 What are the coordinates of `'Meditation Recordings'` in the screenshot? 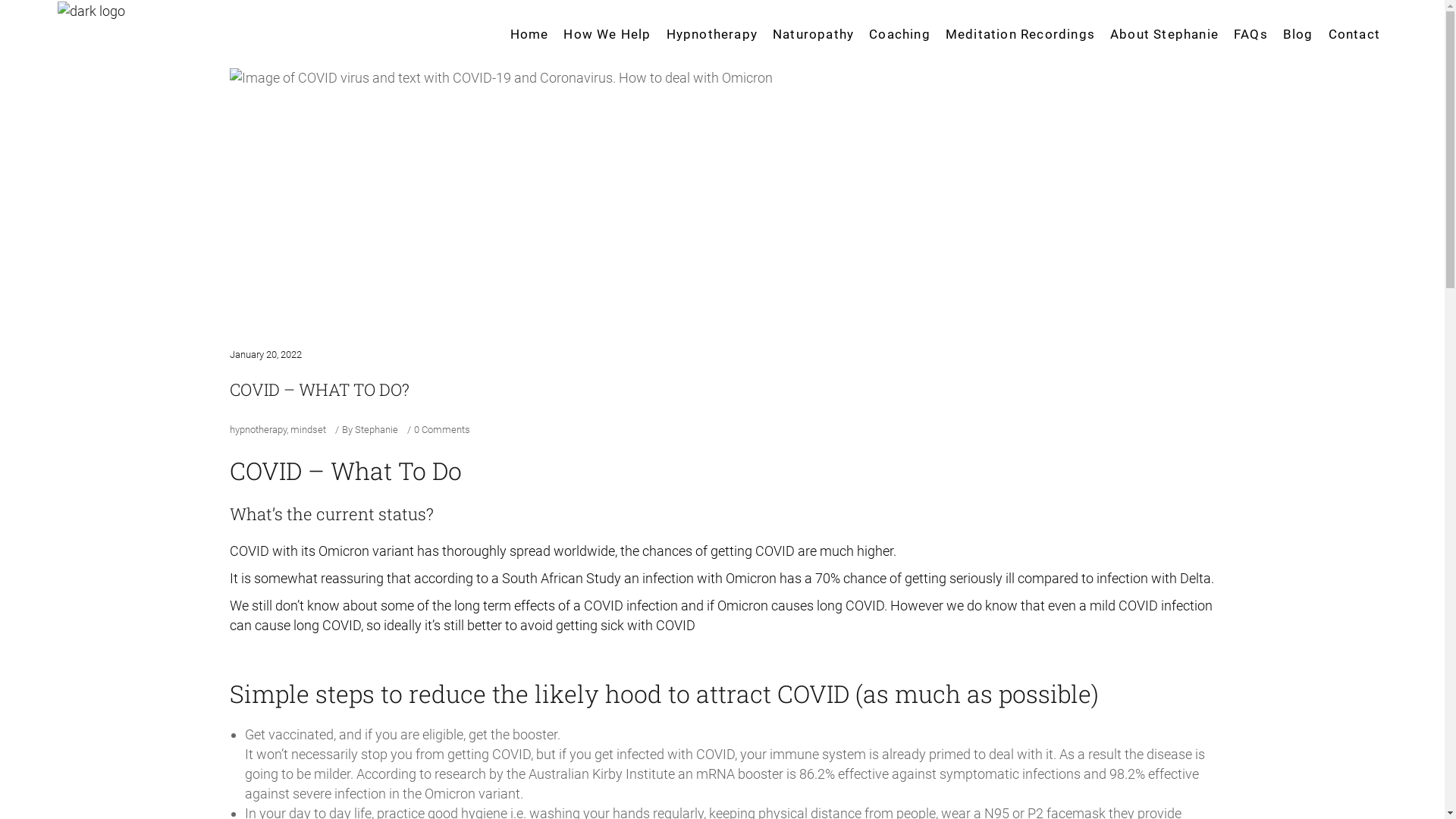 It's located at (1020, 34).